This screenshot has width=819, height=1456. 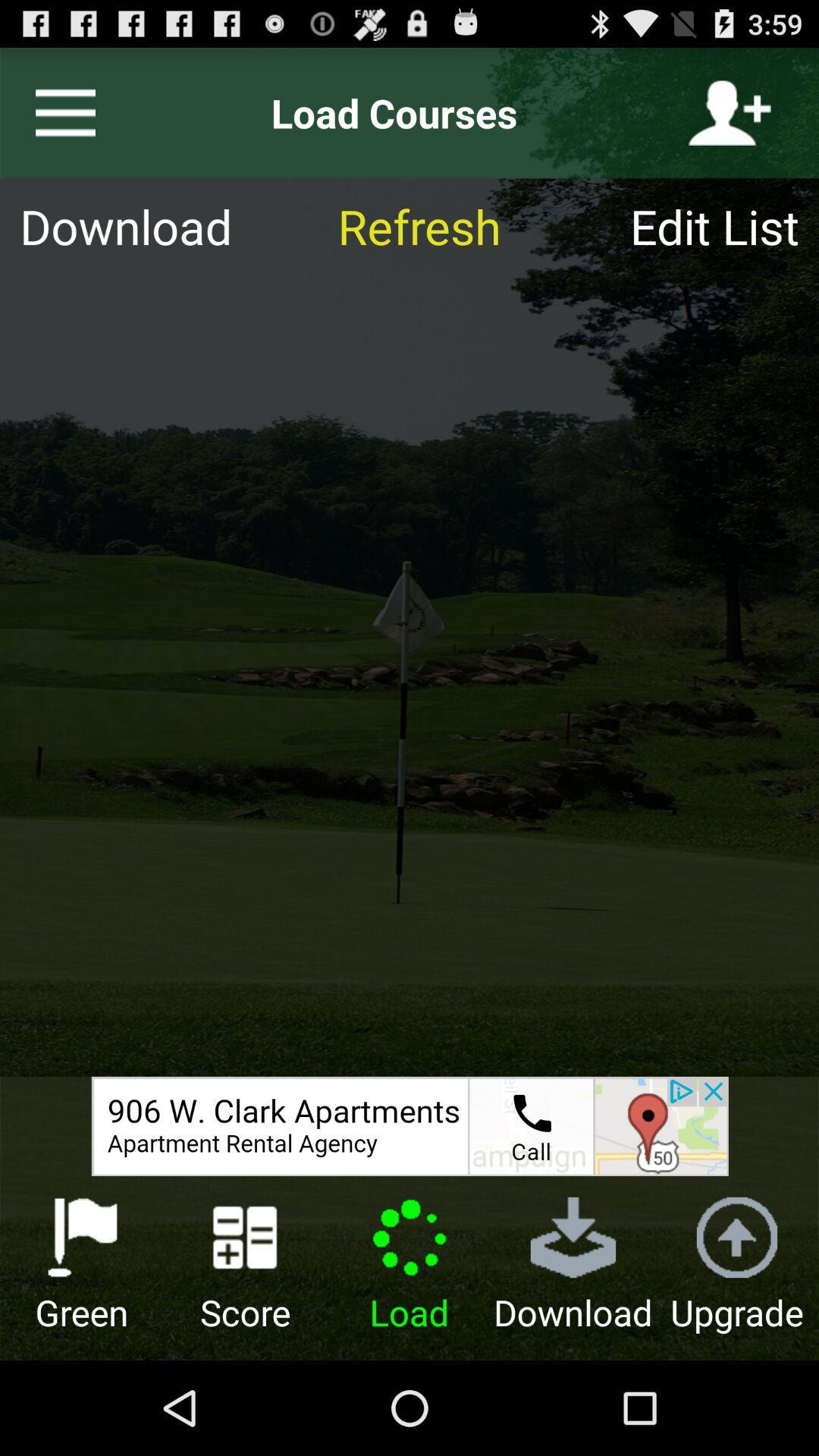 What do you see at coordinates (58, 112) in the screenshot?
I see `menu tab` at bounding box center [58, 112].